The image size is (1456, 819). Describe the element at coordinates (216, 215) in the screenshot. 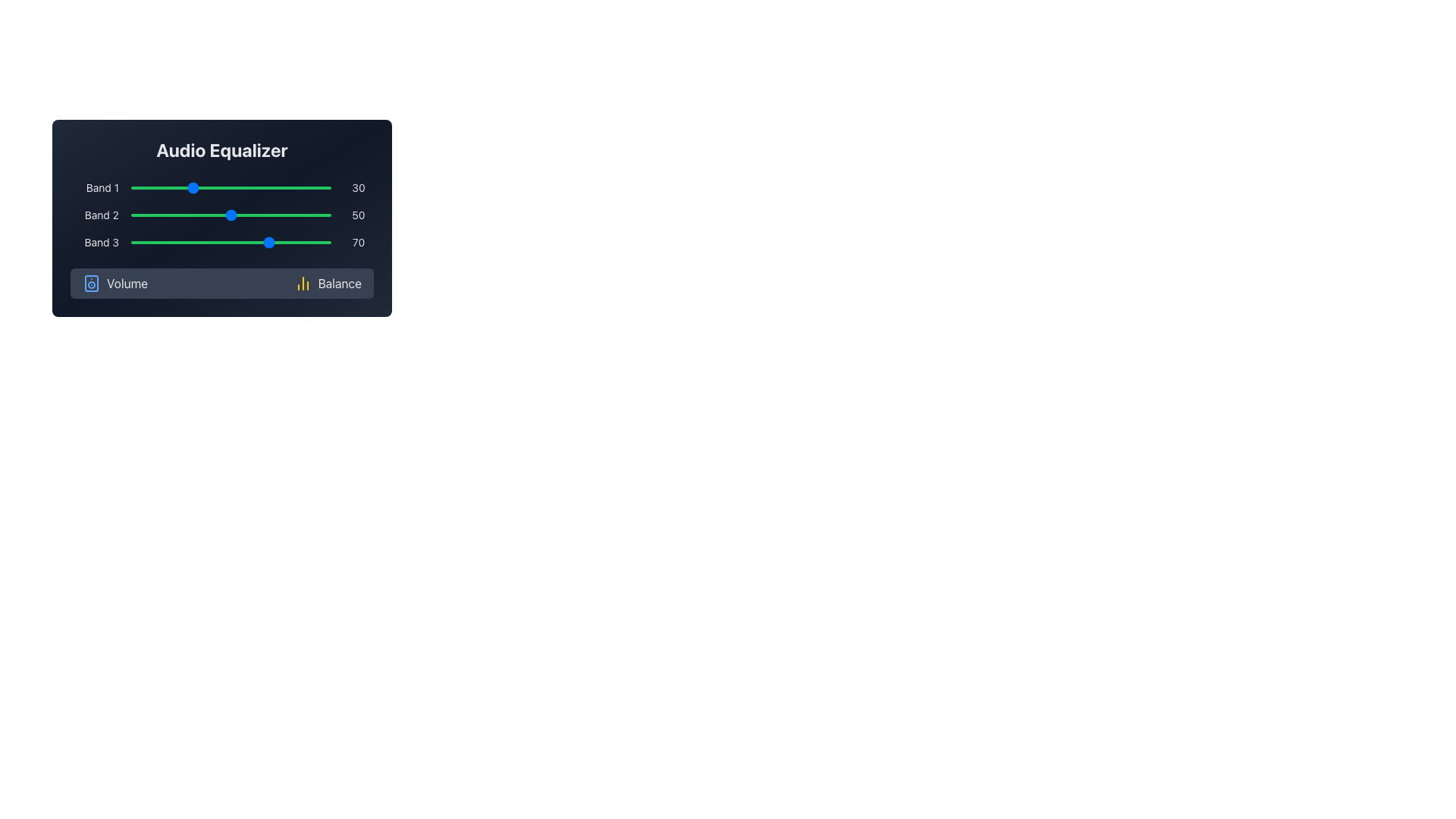

I see `the frequency slider` at that location.